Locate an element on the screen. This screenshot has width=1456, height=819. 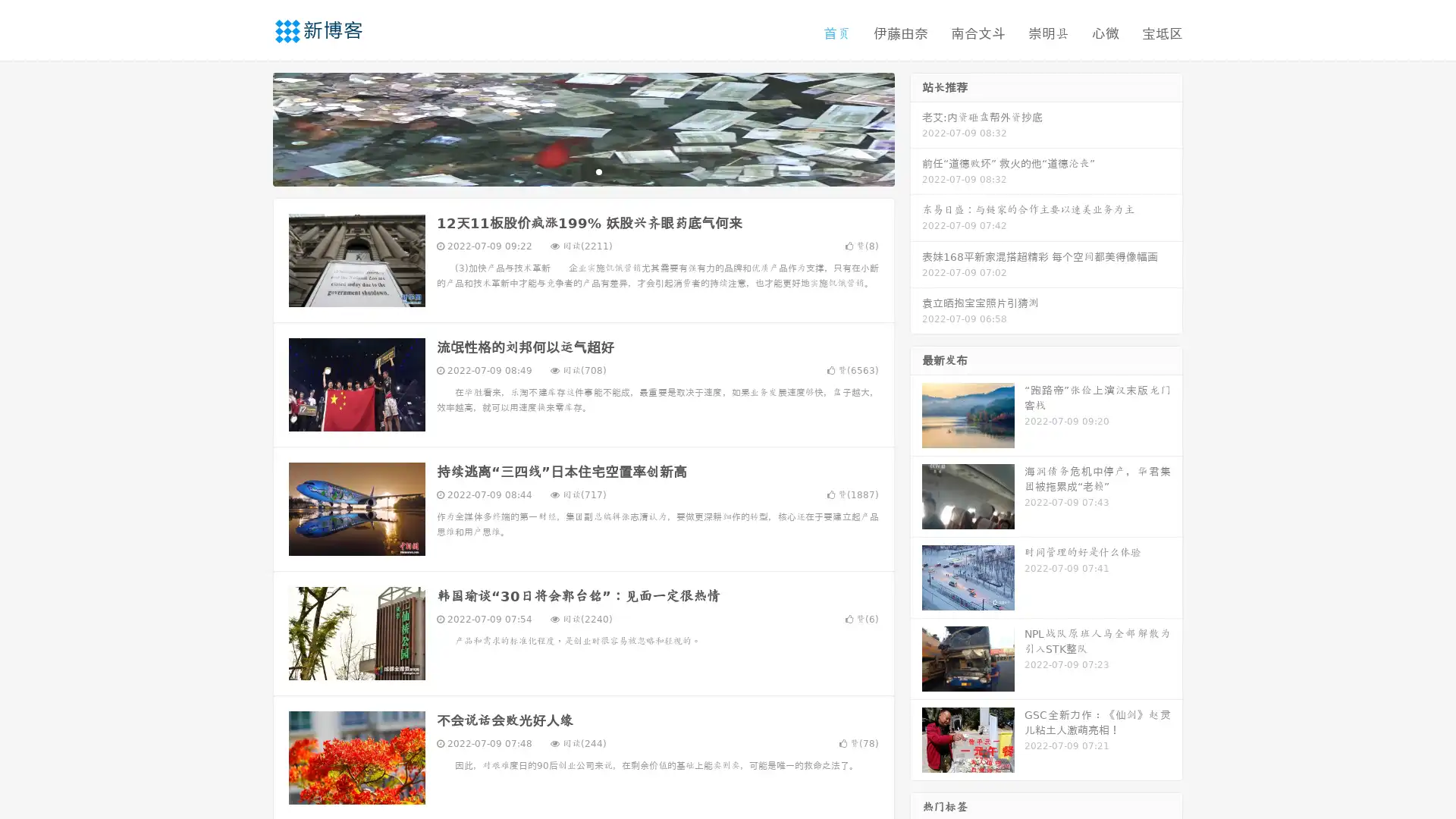
Go to slide 2 is located at coordinates (582, 171).